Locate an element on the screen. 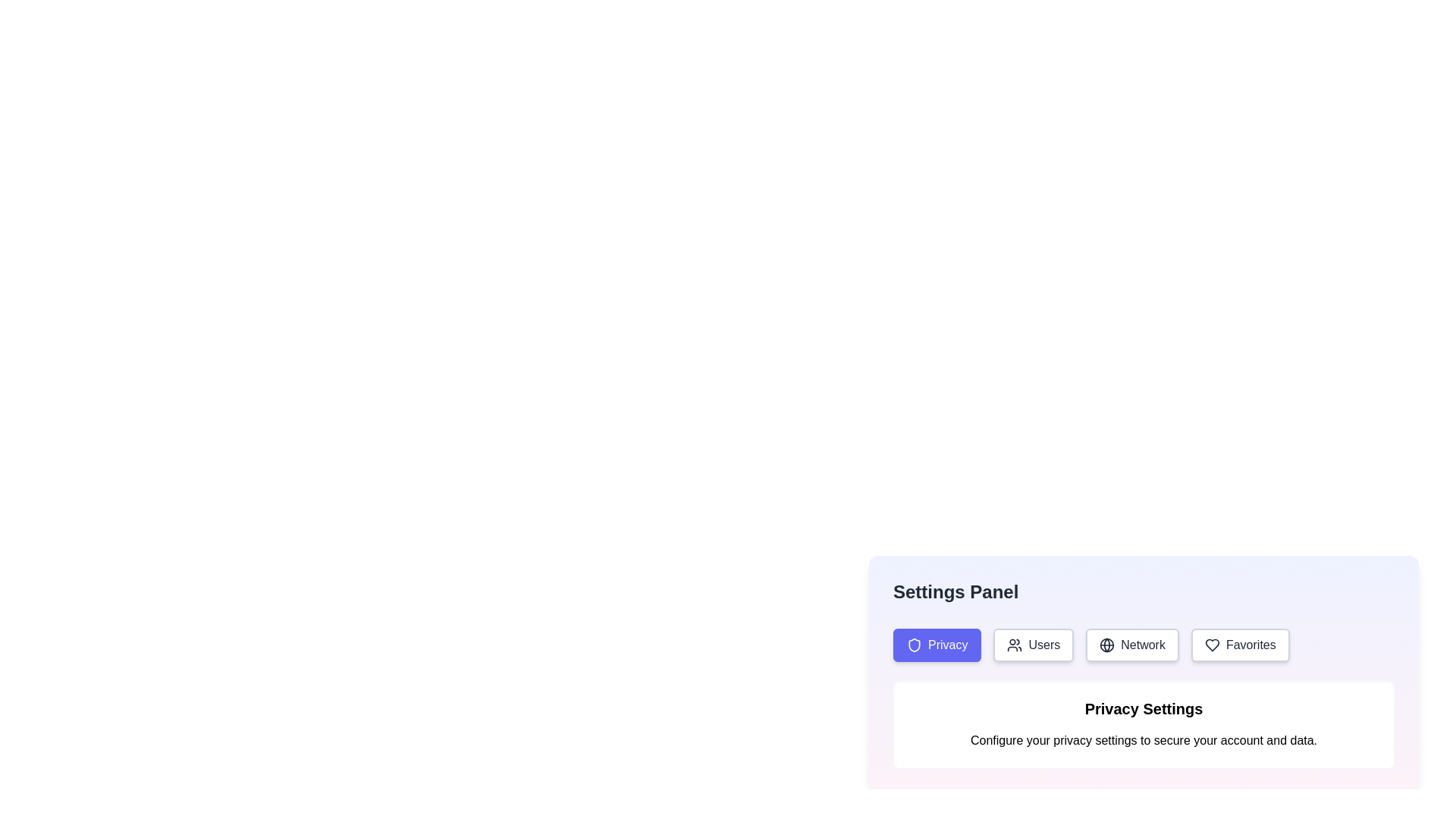 The image size is (1456, 819). the circular globe icon with a black outline representing latitude and longitude, located next to the 'Network' text in the rounded rectangular button is located at coordinates (1107, 645).